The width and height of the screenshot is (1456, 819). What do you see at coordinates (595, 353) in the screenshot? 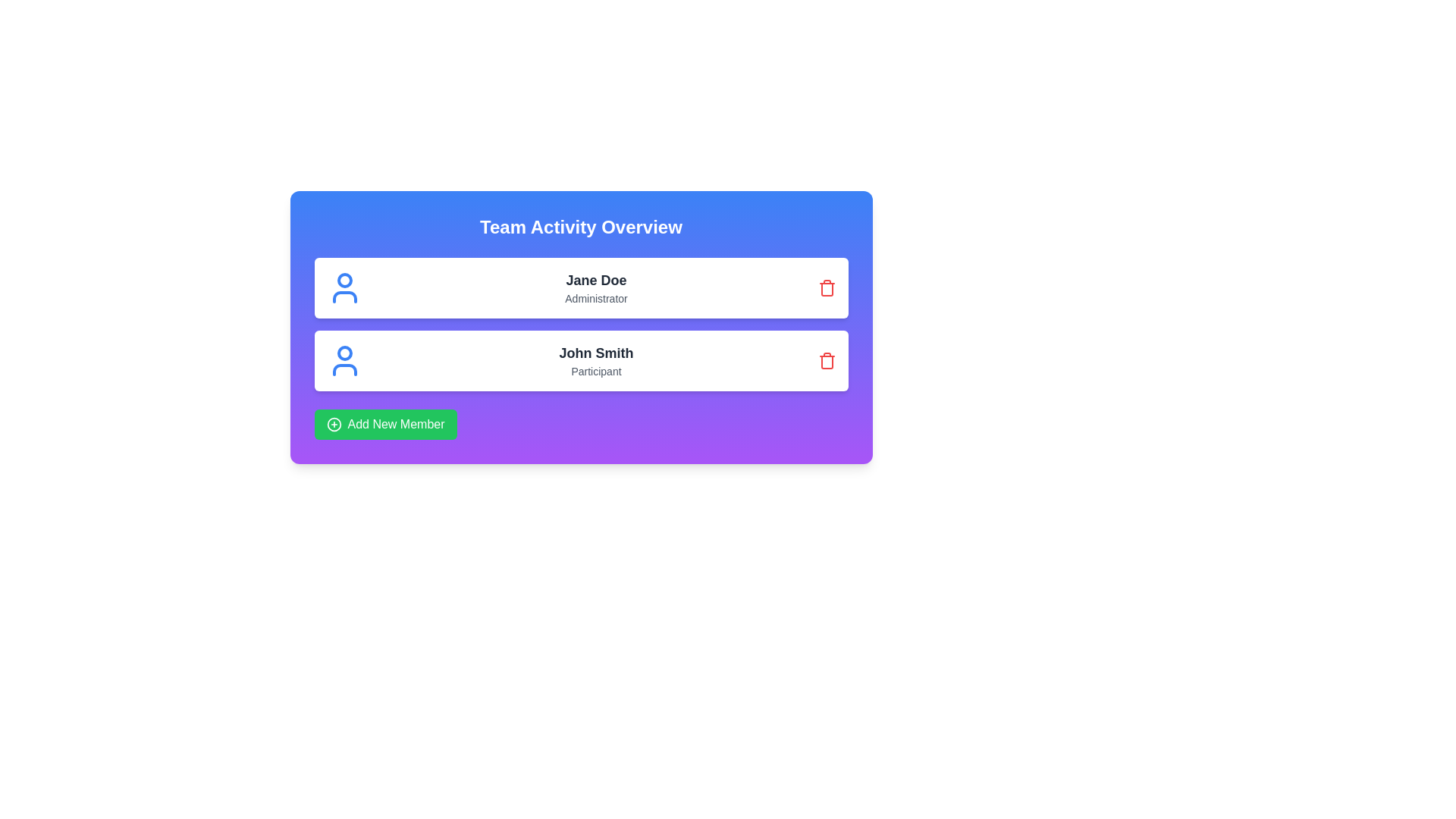
I see `the text label element displaying 'John Smith', which is styled with a larger font size and bold weight, located in the center-right portion of the card above the text 'Participant'` at bounding box center [595, 353].